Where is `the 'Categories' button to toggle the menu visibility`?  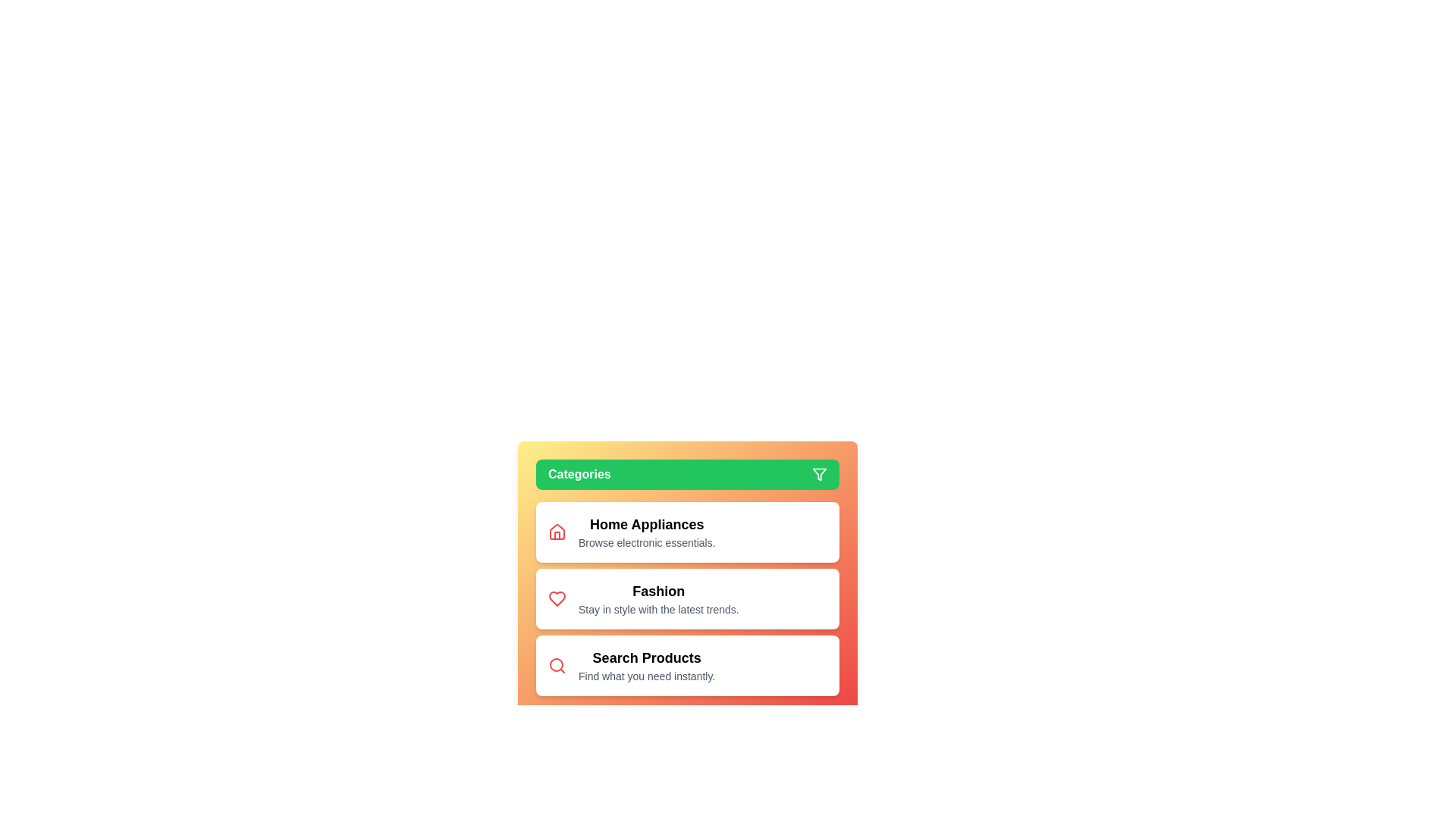
the 'Categories' button to toggle the menu visibility is located at coordinates (687, 473).